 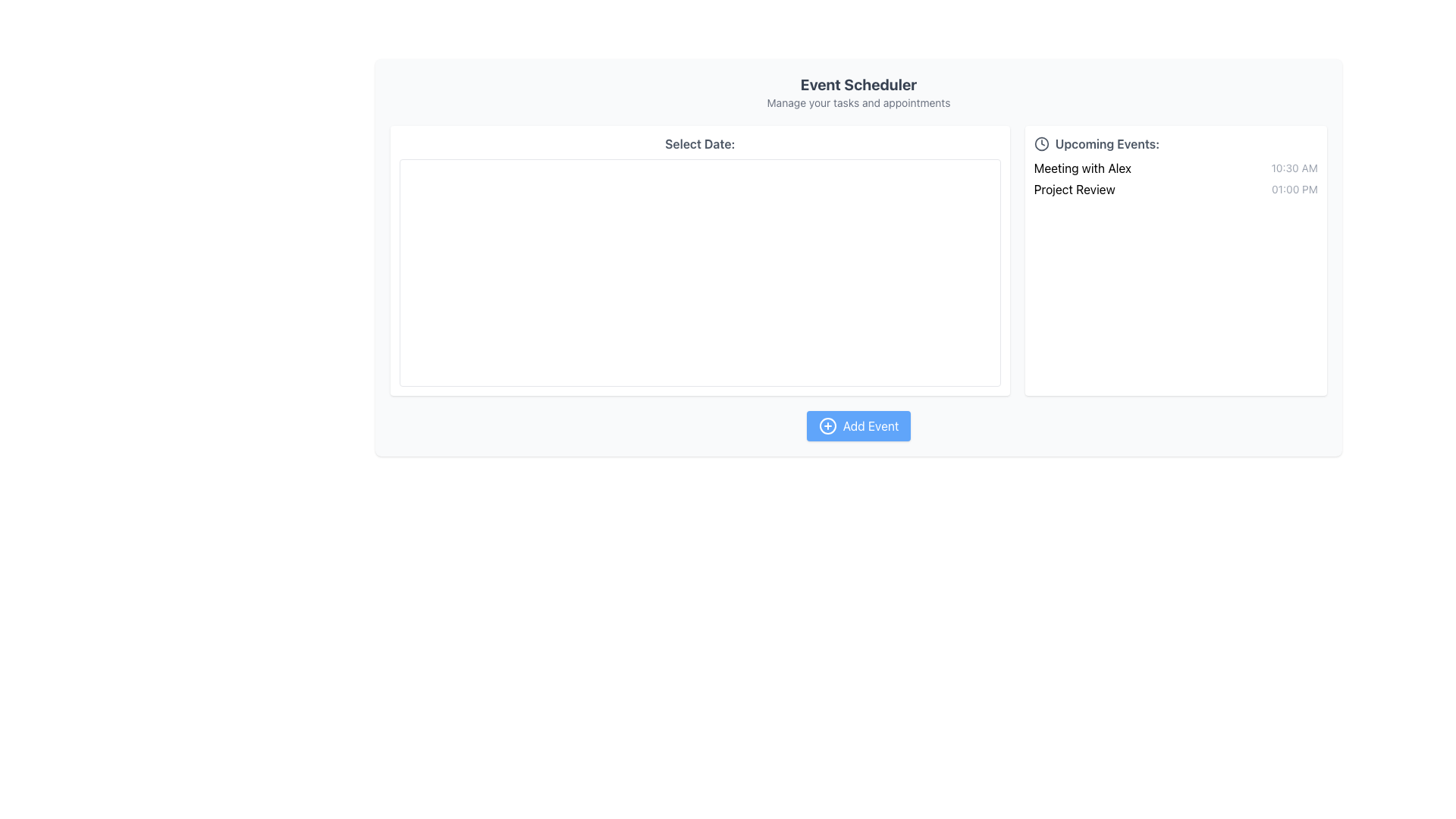 I want to click on the static text label displaying '01:00 PM', which is located in the 'Upcoming Events' section, directly to the right of 'Project Review', so click(x=1294, y=189).